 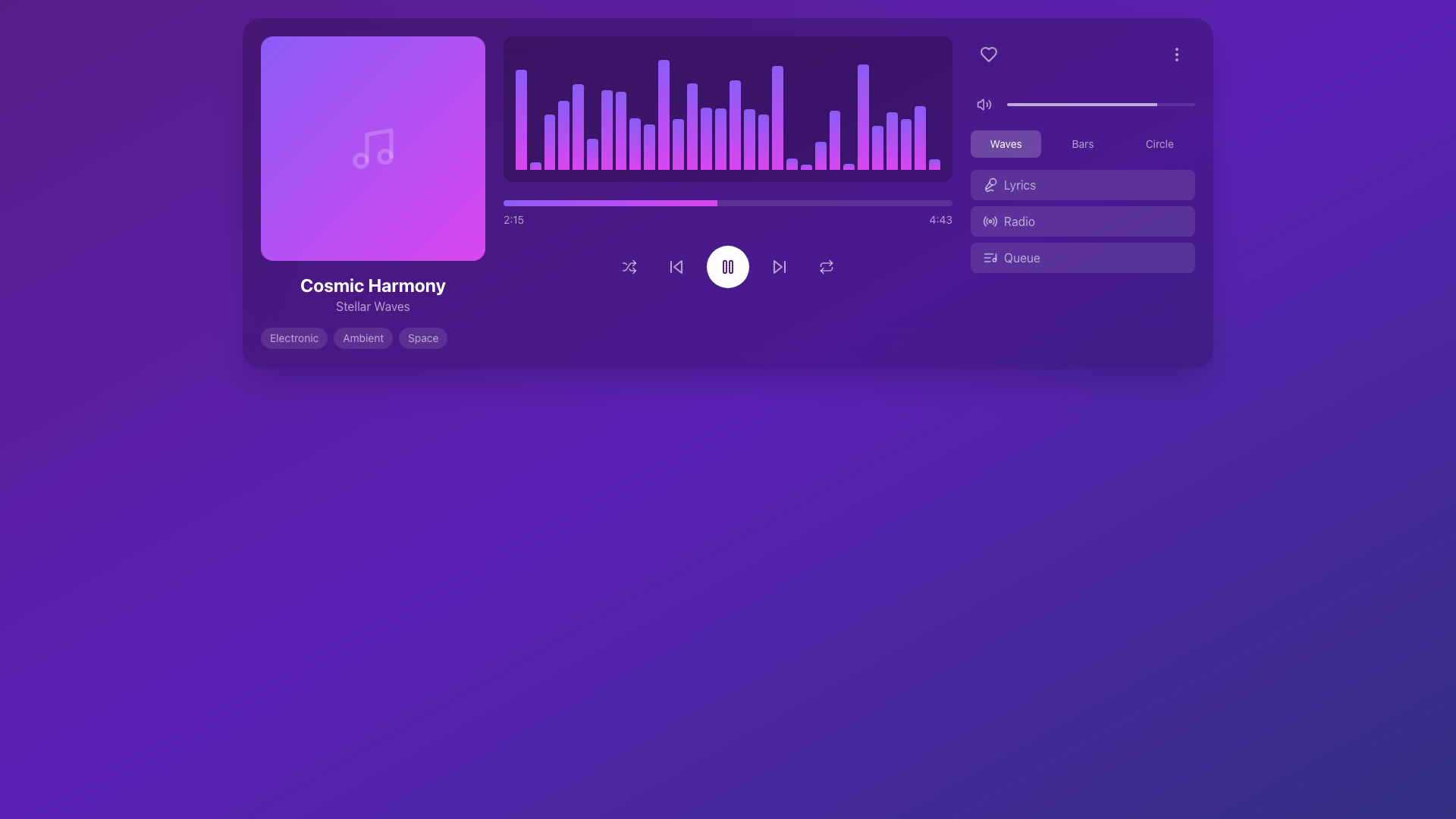 What do you see at coordinates (1006, 143) in the screenshot?
I see `the first button in the horizontal set located in the upper-right section of the interface` at bounding box center [1006, 143].